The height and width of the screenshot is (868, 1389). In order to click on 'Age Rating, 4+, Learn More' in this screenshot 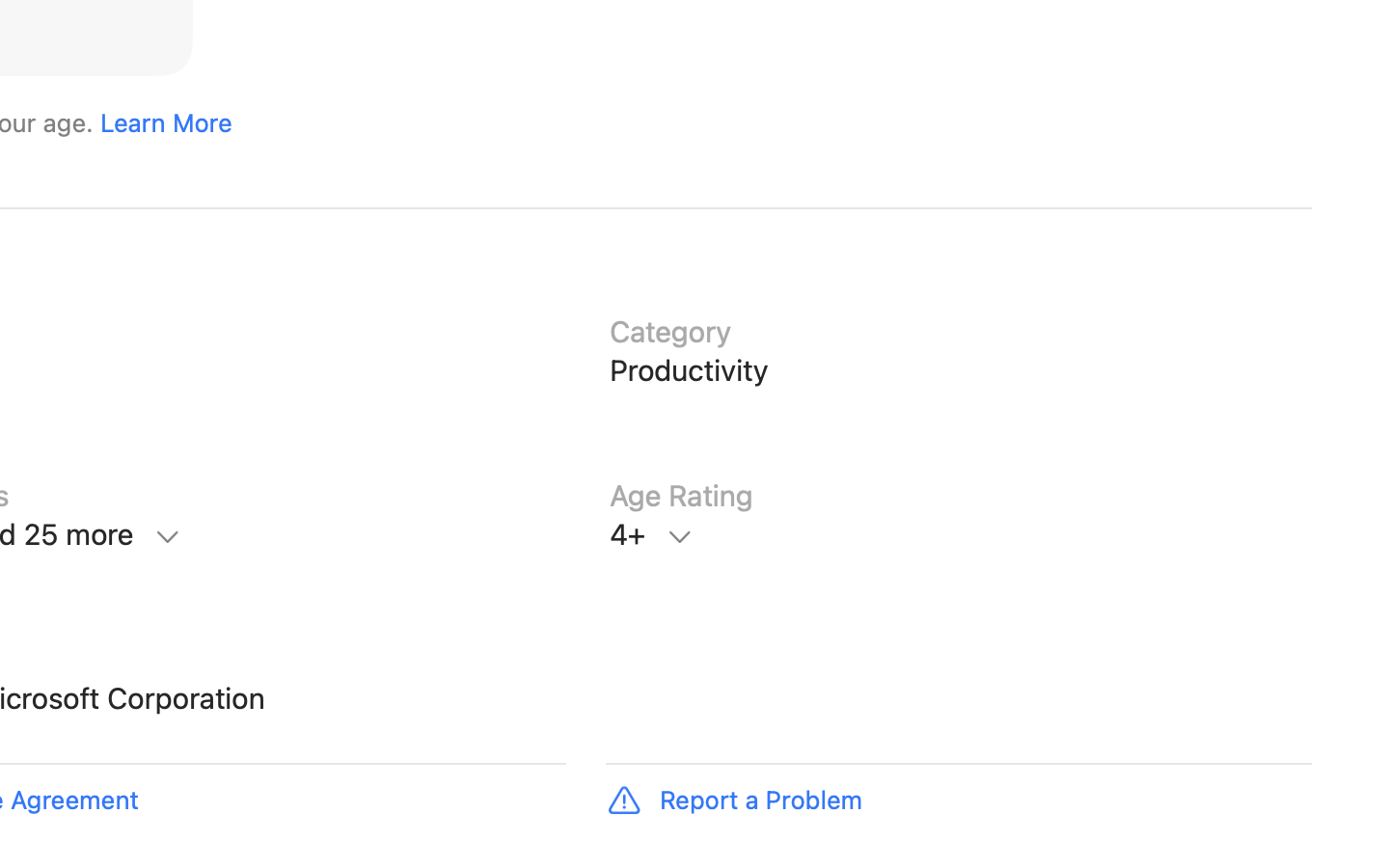, I will do `click(958, 534)`.